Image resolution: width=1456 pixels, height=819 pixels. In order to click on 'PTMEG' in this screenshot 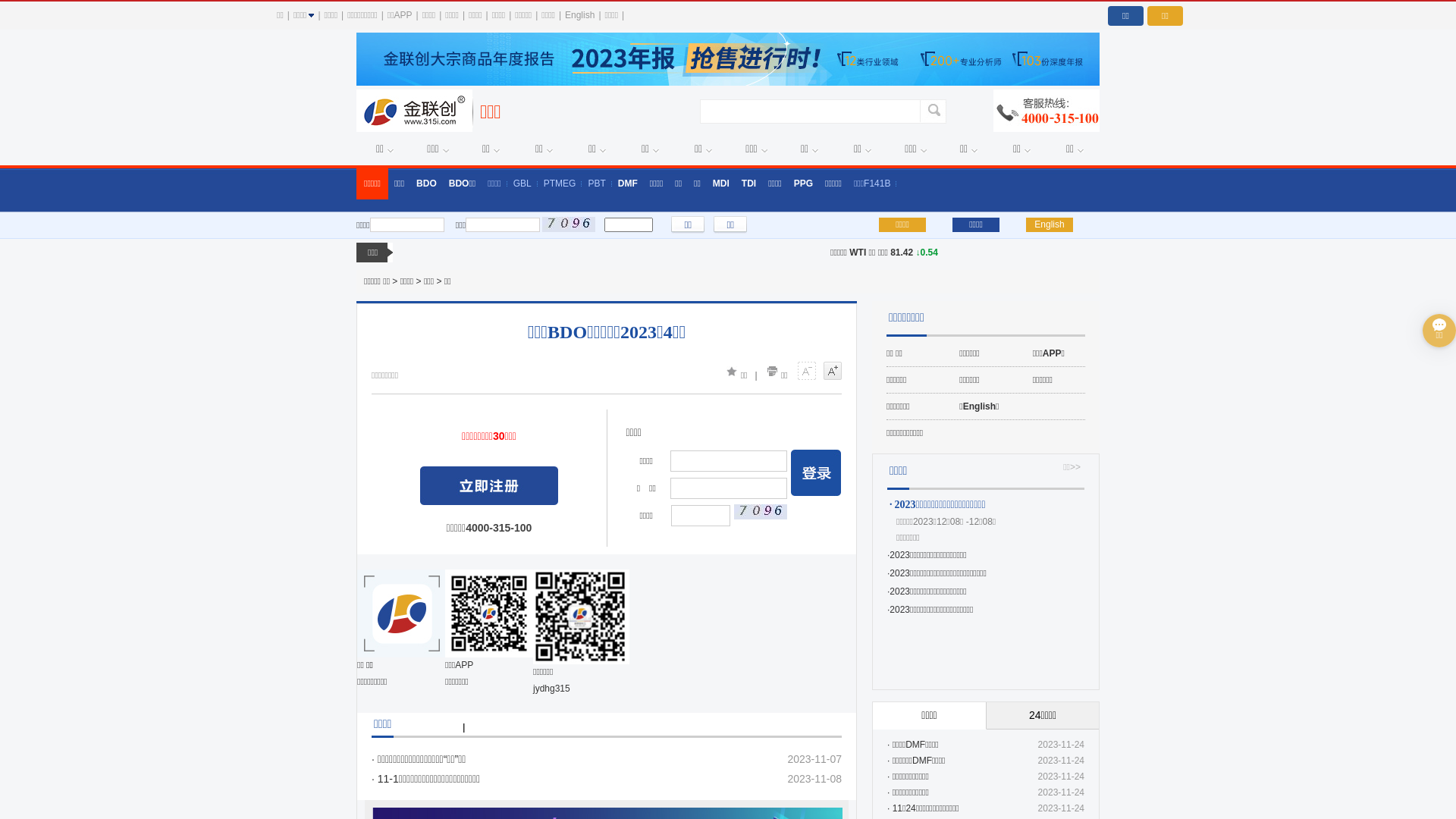, I will do `click(559, 183)`.